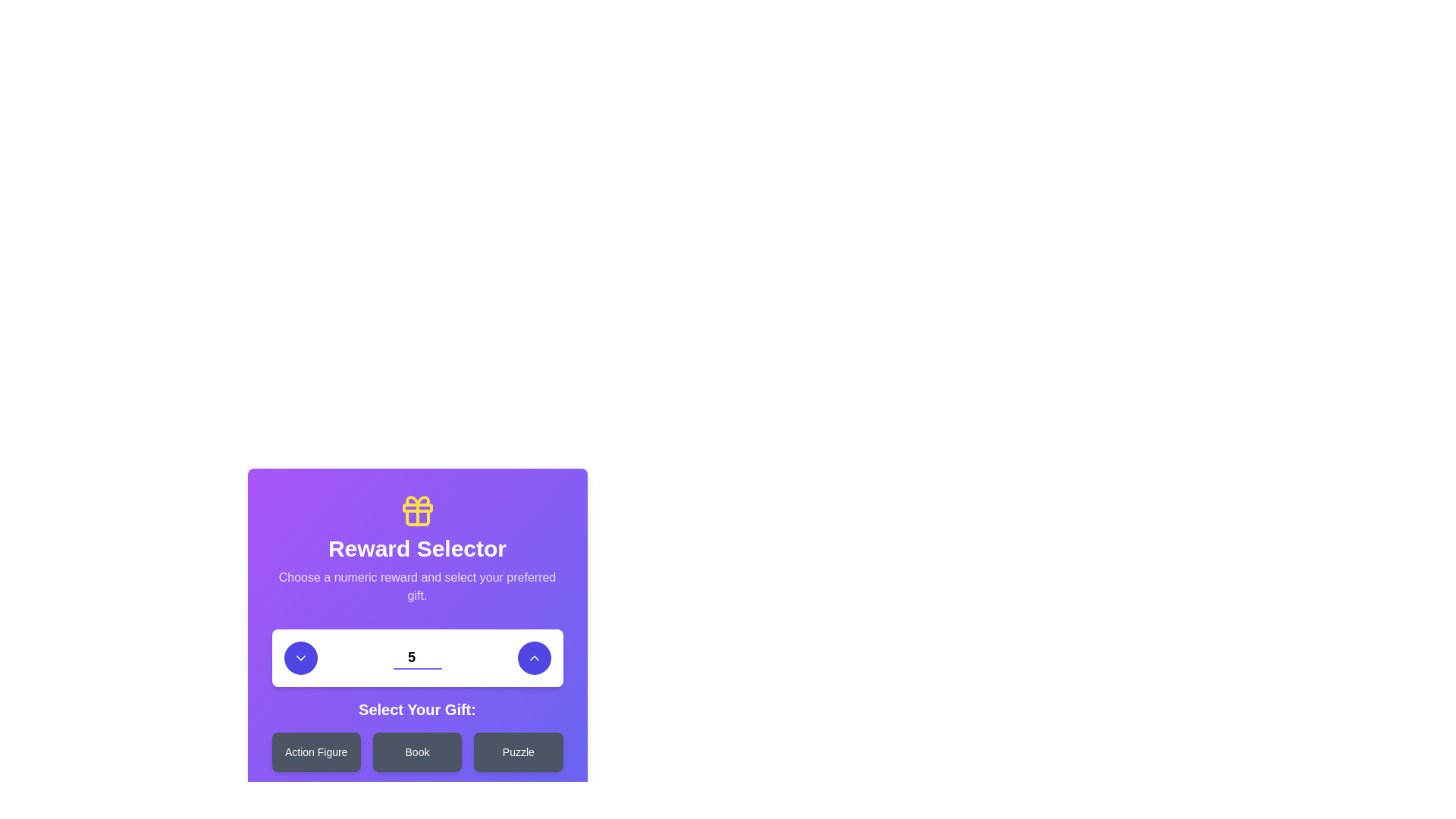  Describe the element at coordinates (518, 752) in the screenshot. I see `the 'Puzzle' button, which is a rectangular button with a dark gray background and white text` at that location.